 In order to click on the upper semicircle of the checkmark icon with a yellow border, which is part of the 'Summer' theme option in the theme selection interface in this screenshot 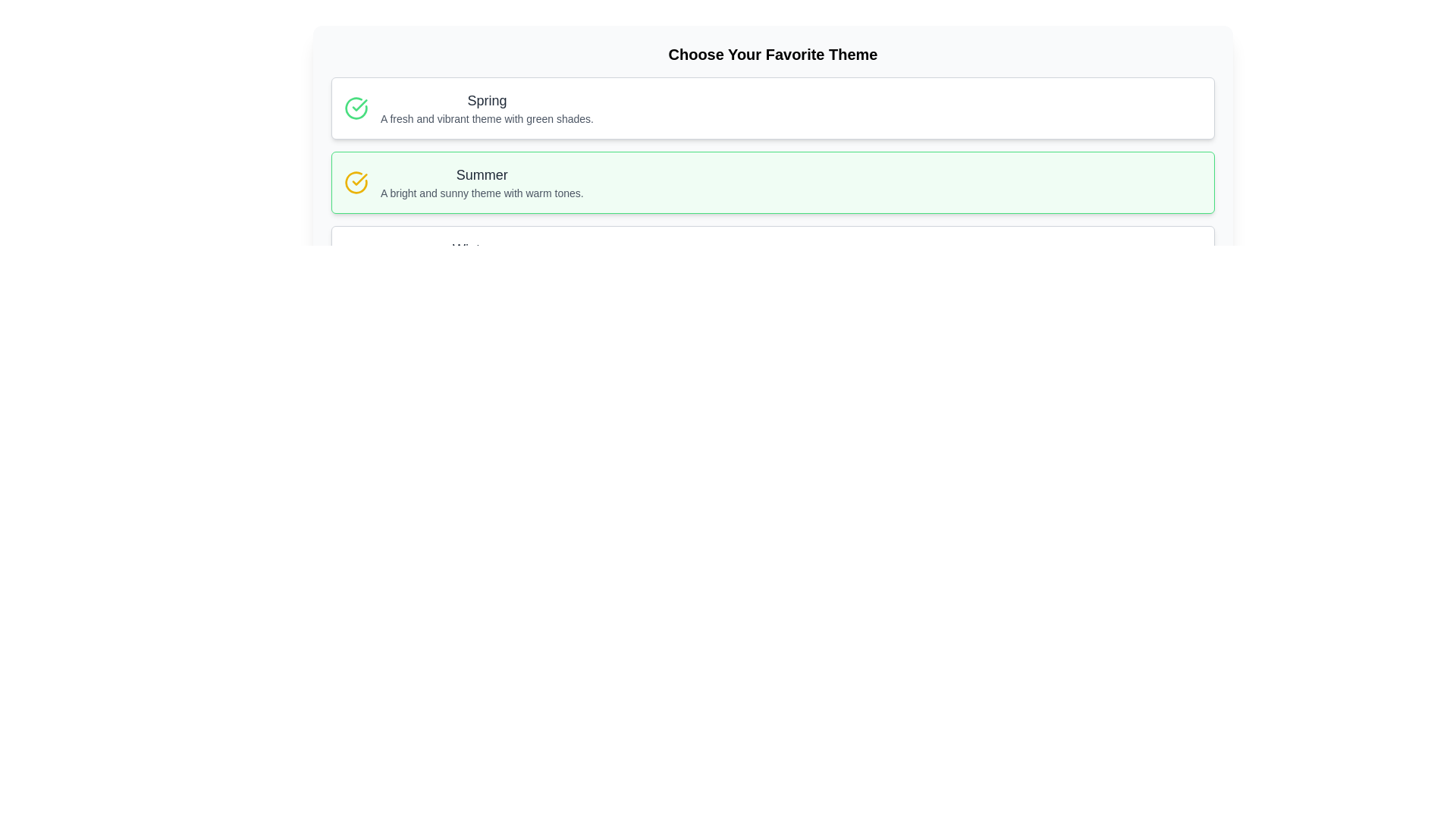, I will do `click(356, 181)`.